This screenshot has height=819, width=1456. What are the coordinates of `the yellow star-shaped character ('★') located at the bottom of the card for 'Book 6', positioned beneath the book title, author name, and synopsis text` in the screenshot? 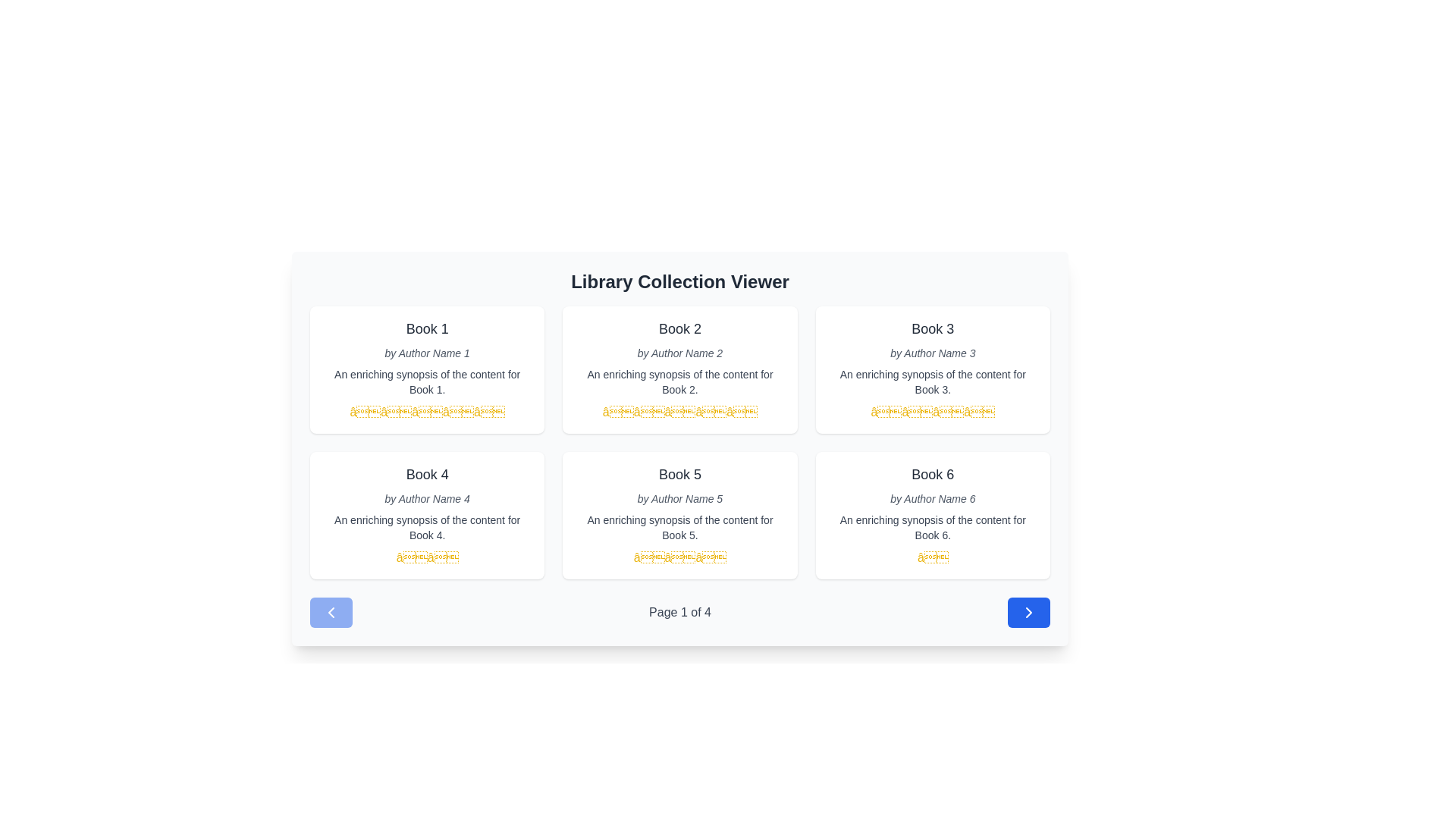 It's located at (932, 558).